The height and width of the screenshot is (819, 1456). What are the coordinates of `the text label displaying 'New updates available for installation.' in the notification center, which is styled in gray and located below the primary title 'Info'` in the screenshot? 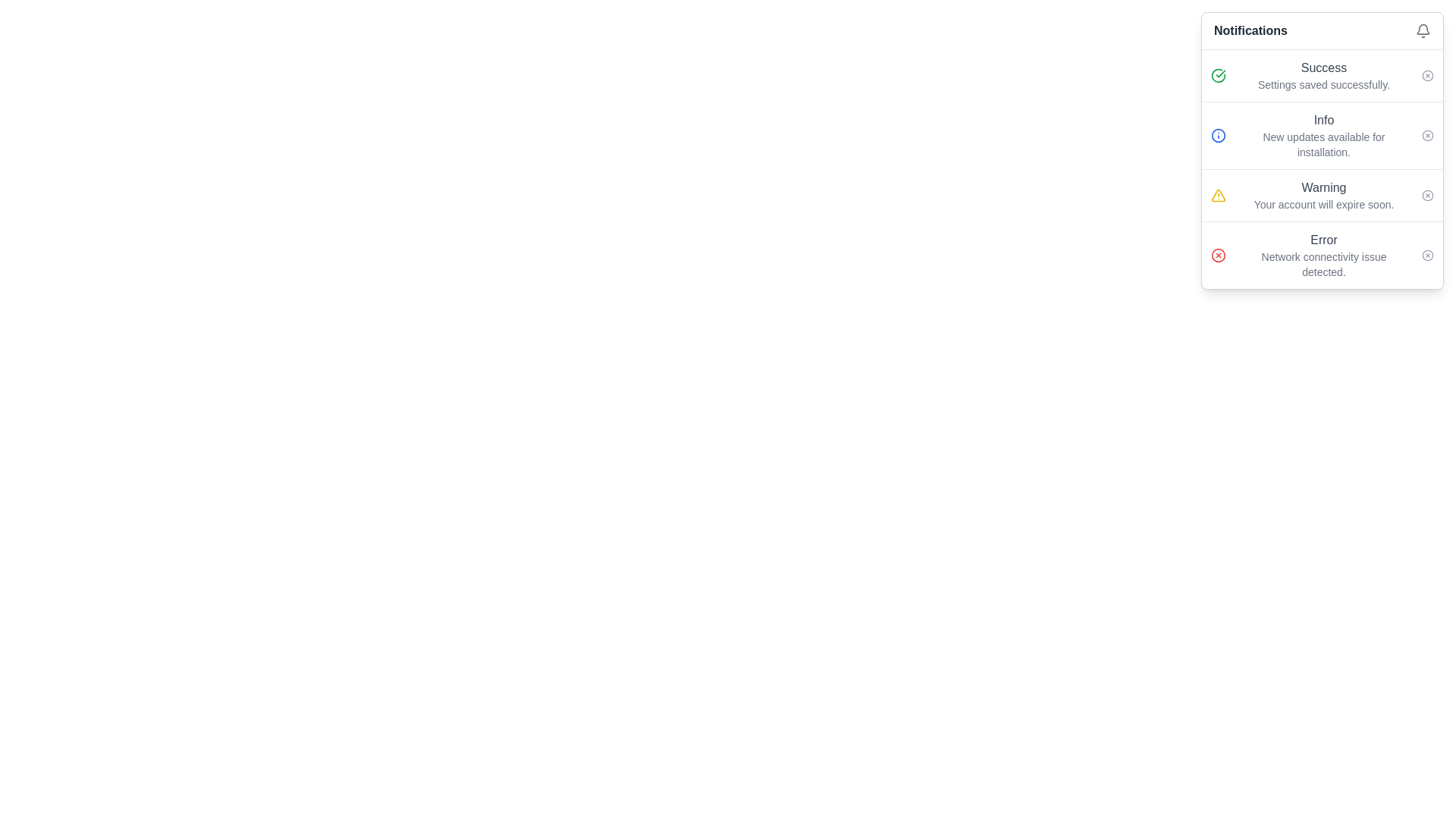 It's located at (1323, 145).